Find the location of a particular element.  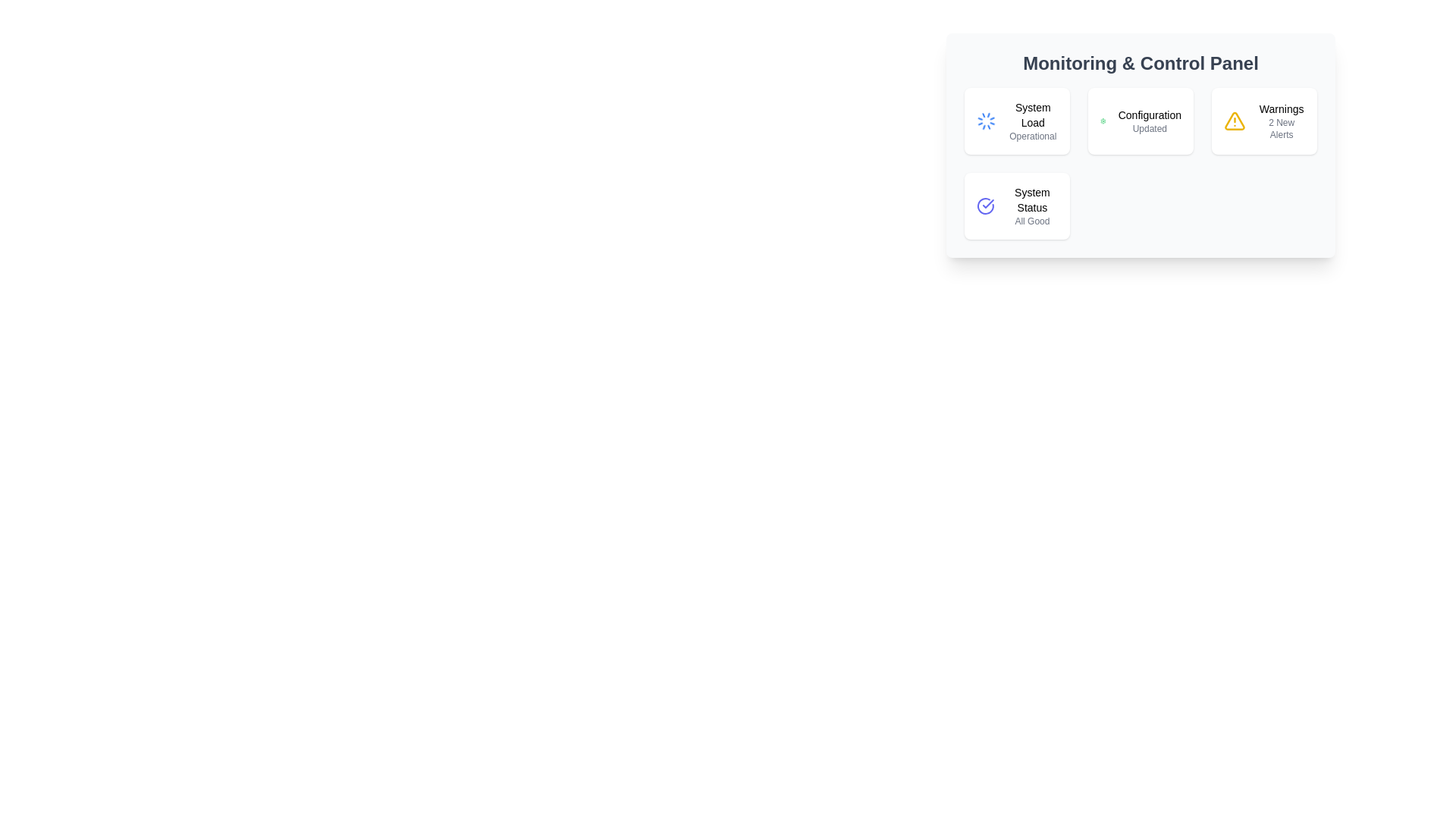

the Text and Icon Card displaying 'System Load' and 'Operational', located in the top-left corner of the Monitoring & Control Panel section is located at coordinates (1017, 120).